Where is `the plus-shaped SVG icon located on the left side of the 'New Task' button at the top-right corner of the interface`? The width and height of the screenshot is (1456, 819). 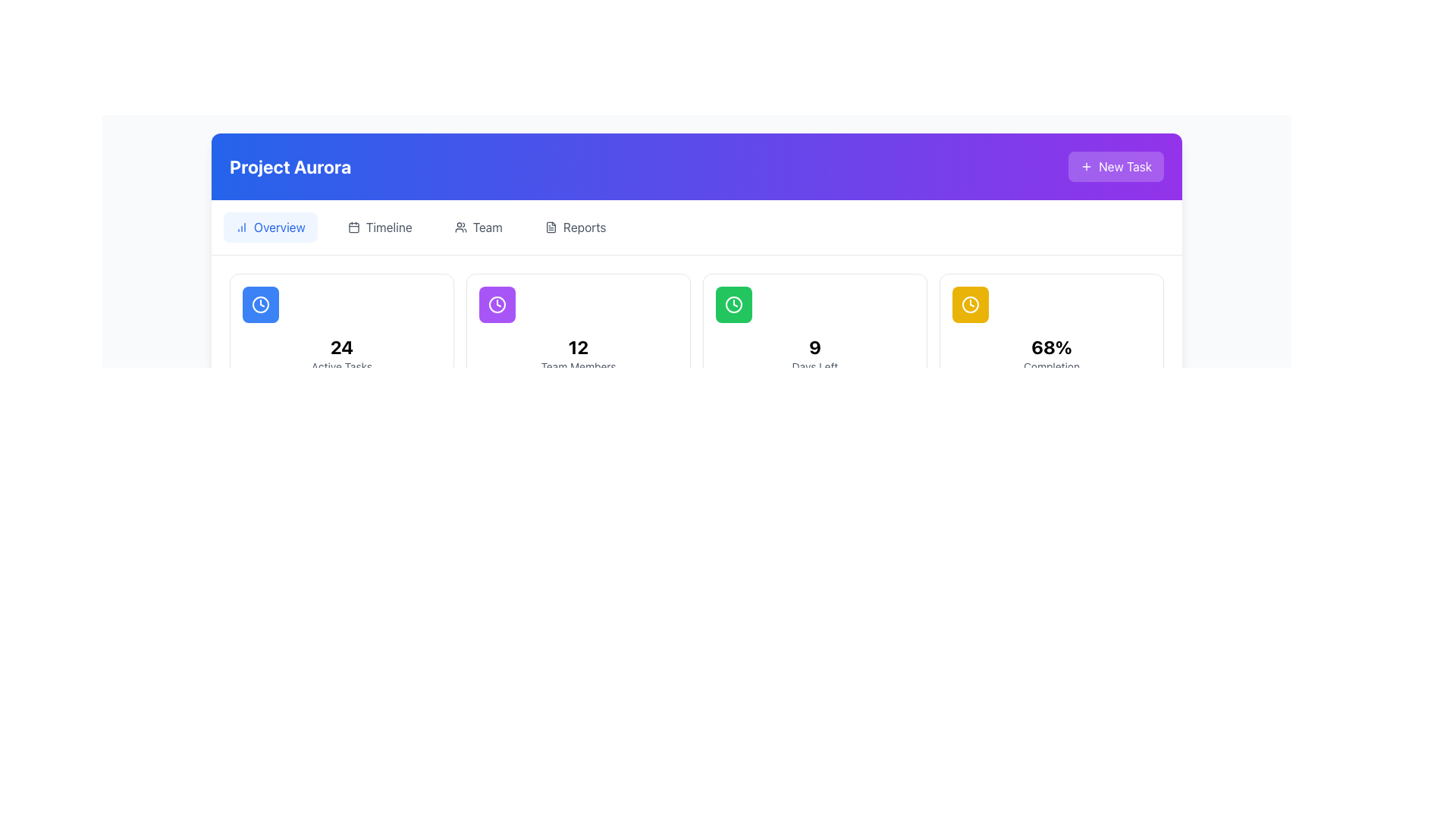
the plus-shaped SVG icon located on the left side of the 'New Task' button at the top-right corner of the interface is located at coordinates (1086, 166).